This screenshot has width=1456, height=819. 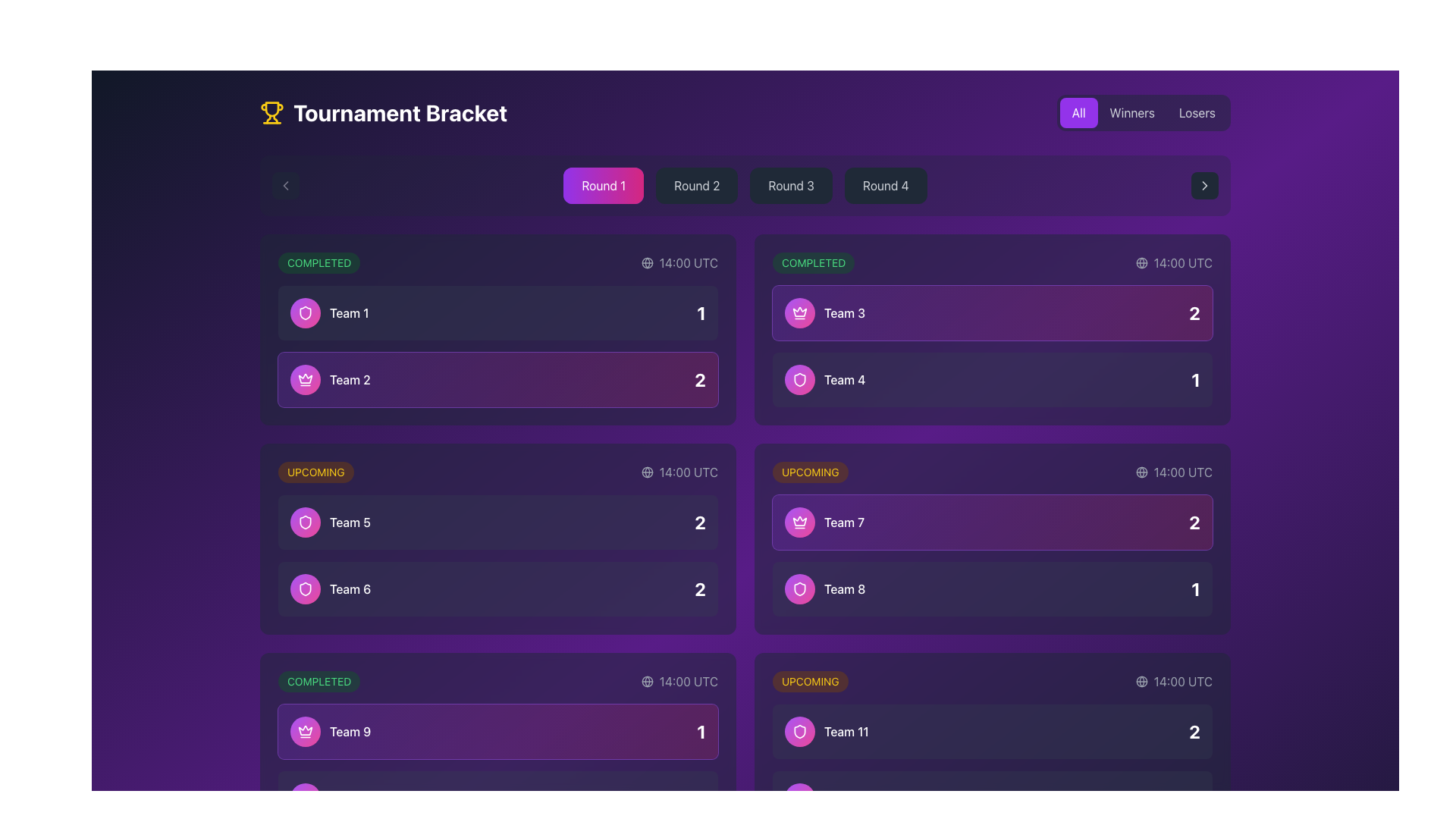 What do you see at coordinates (305, 378) in the screenshot?
I see `the crown SVG icon located in the bottom-left corner of the 'Team 9' section of the scoreboard interface, which represents a designation or achievement for the team` at bounding box center [305, 378].